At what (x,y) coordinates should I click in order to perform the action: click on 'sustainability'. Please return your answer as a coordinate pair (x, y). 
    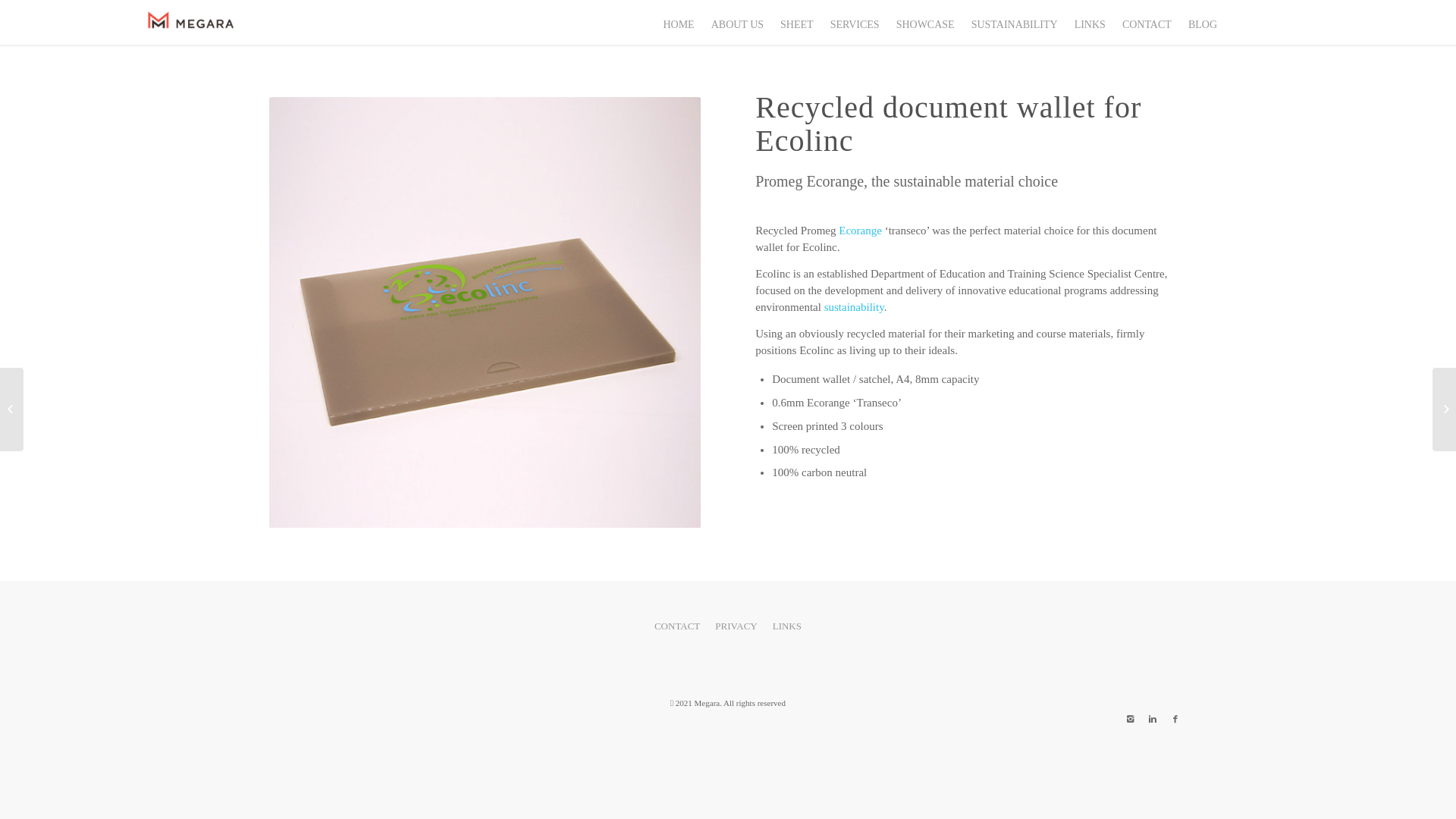
    Looking at the image, I should click on (854, 307).